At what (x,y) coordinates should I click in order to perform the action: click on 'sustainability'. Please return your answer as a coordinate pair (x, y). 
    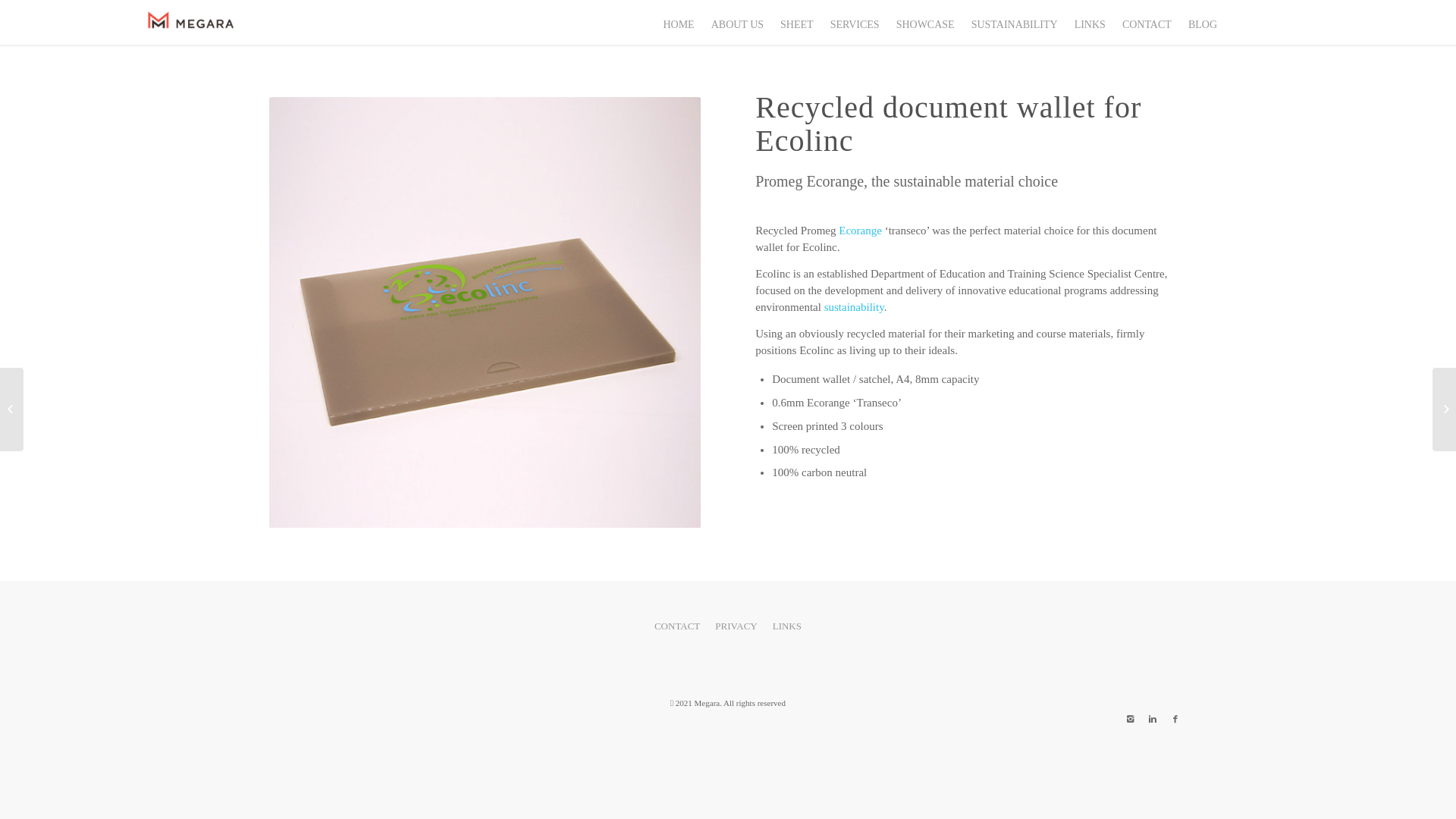
    Looking at the image, I should click on (854, 307).